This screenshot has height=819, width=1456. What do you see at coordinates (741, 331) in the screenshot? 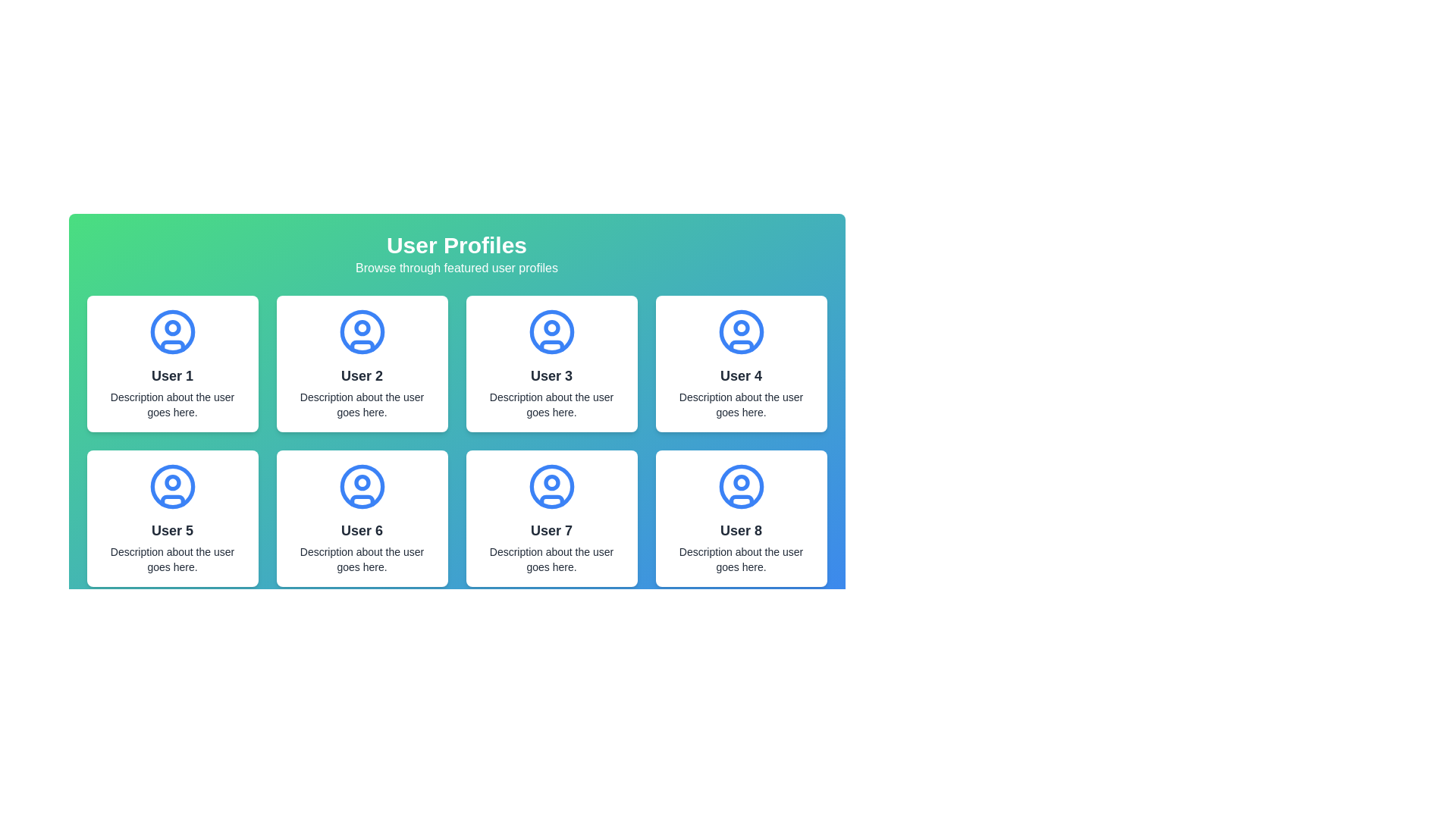
I see `the blue and white circular graphic component of the 'User 4' profile card located in the top-right corner of the profiles grid` at bounding box center [741, 331].